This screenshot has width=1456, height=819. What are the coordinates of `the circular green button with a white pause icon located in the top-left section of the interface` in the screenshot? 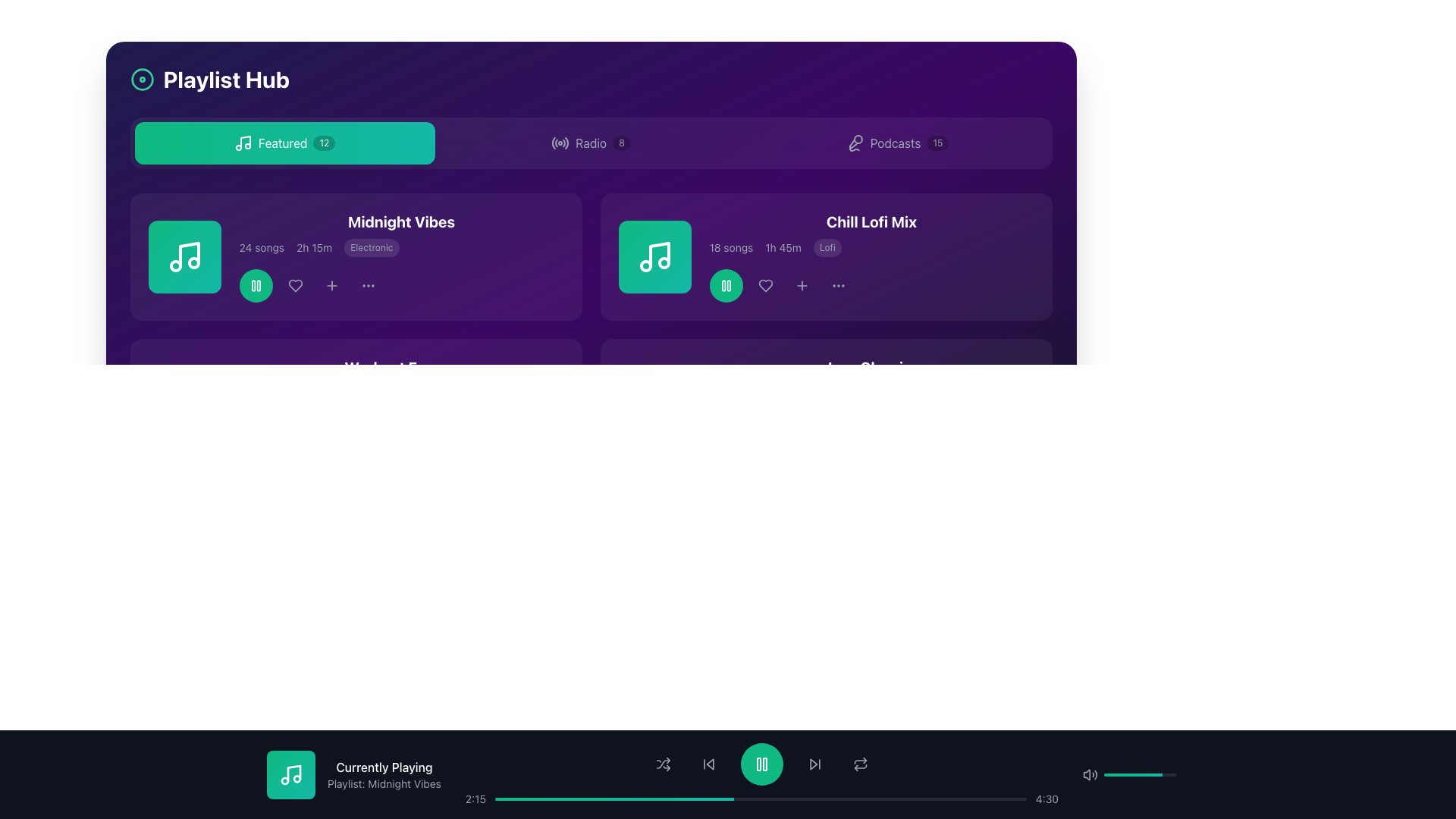 It's located at (256, 286).